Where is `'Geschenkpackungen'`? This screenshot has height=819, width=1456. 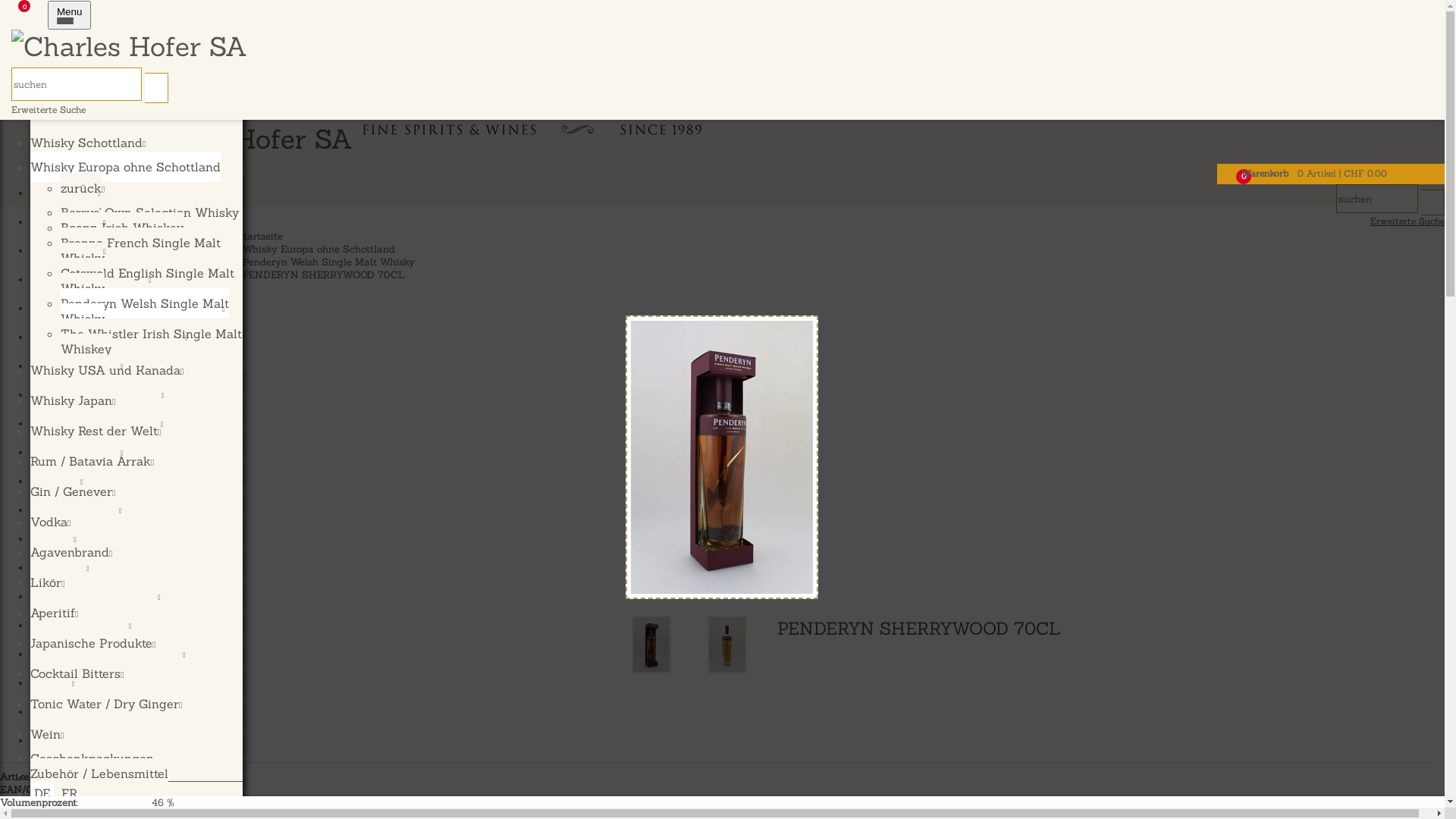
'Geschenkpackungen' is located at coordinates (30, 758).